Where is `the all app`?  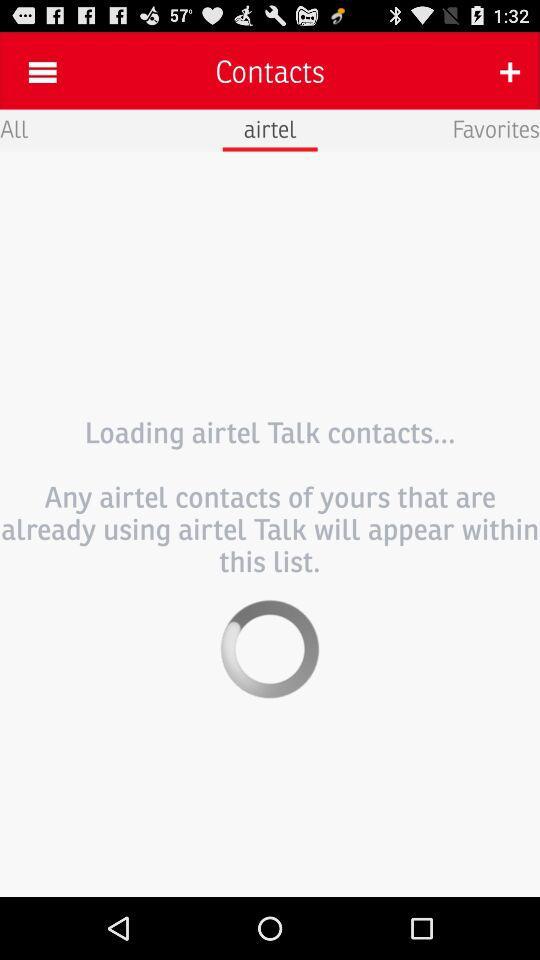
the all app is located at coordinates (13, 127).